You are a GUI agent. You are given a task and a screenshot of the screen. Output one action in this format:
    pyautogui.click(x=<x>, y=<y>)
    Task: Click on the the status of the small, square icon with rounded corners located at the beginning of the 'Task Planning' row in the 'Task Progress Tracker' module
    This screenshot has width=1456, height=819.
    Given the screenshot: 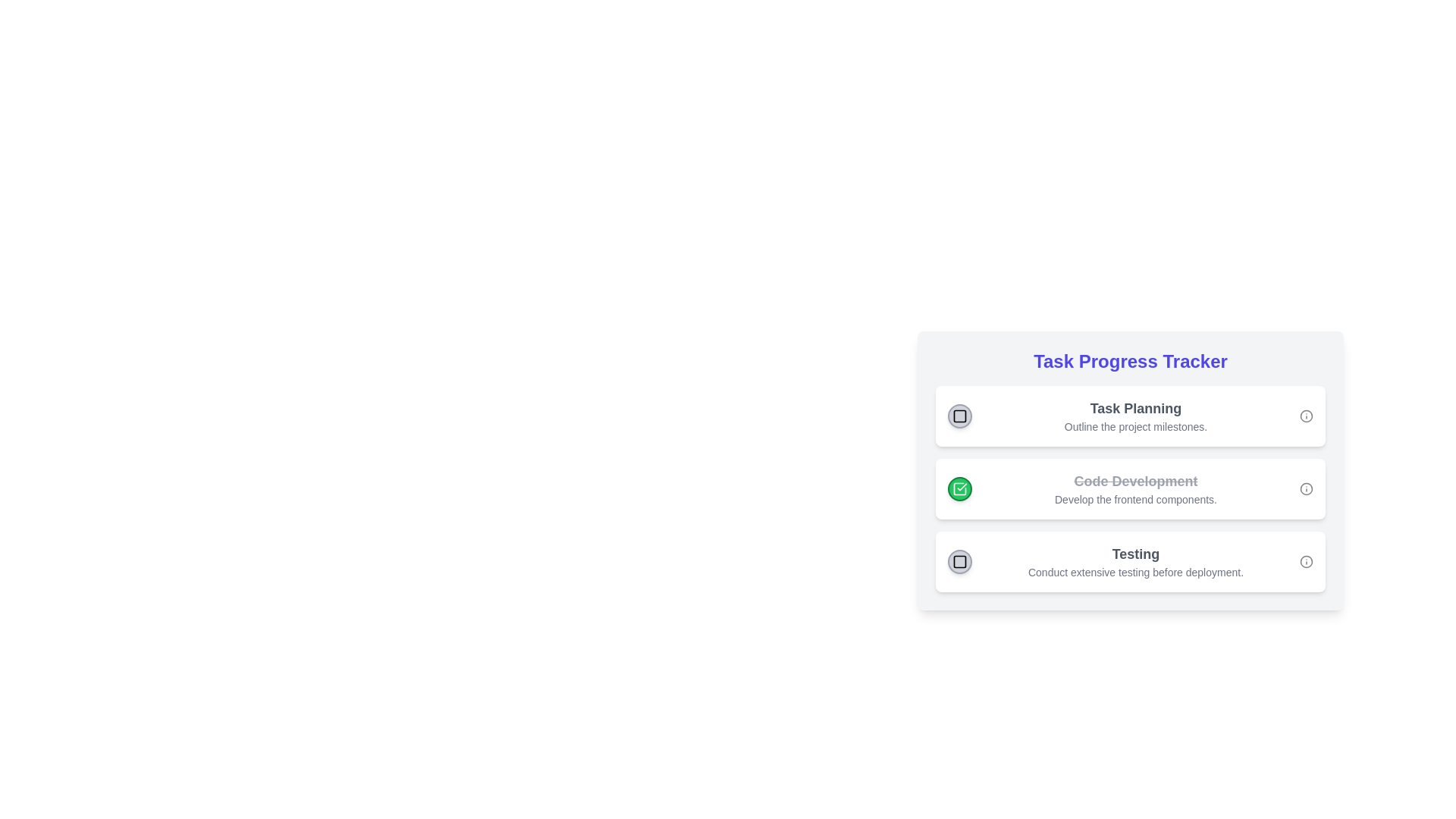 What is the action you would take?
    pyautogui.click(x=959, y=416)
    